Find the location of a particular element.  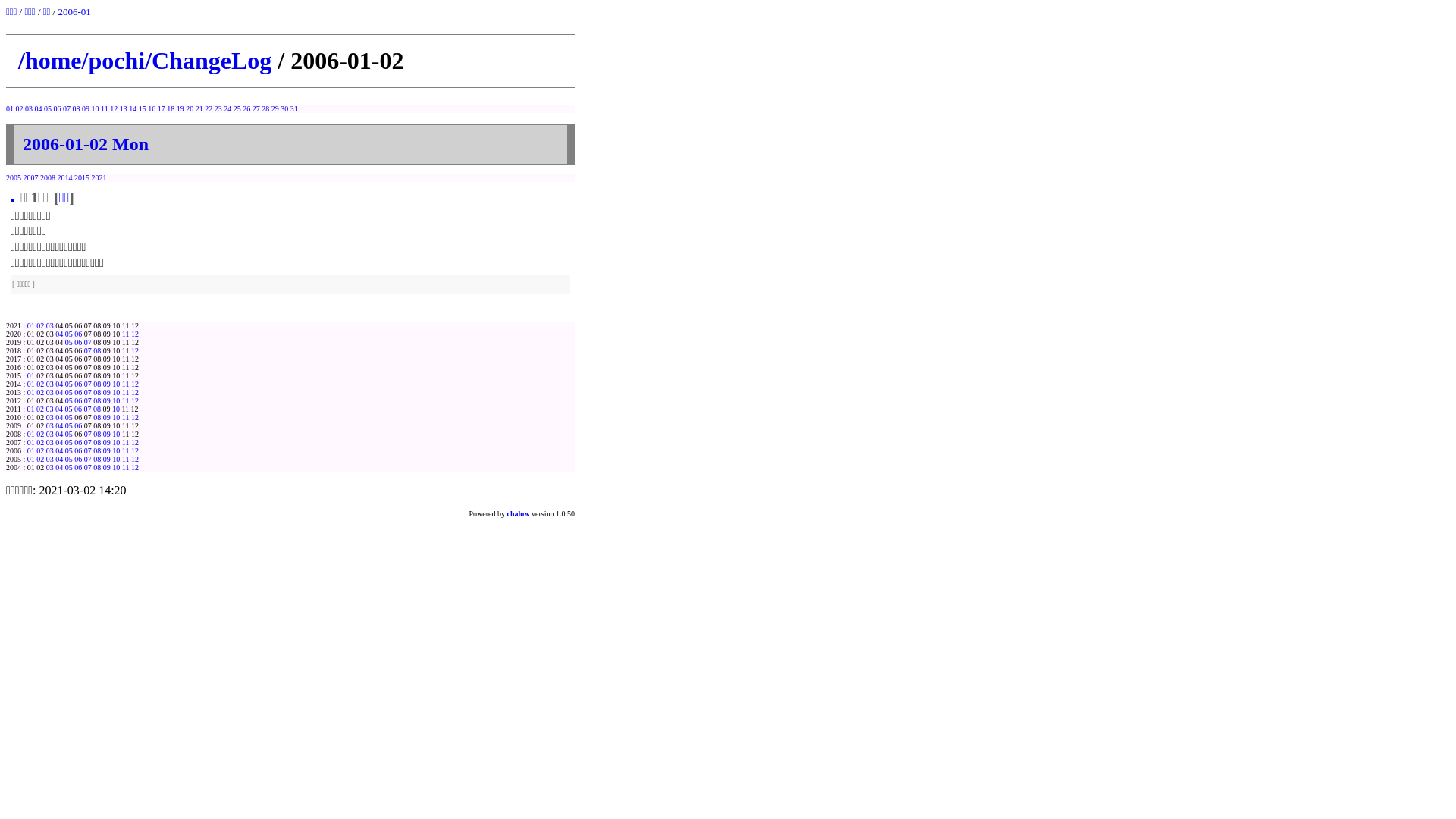

'03' is located at coordinates (46, 325).